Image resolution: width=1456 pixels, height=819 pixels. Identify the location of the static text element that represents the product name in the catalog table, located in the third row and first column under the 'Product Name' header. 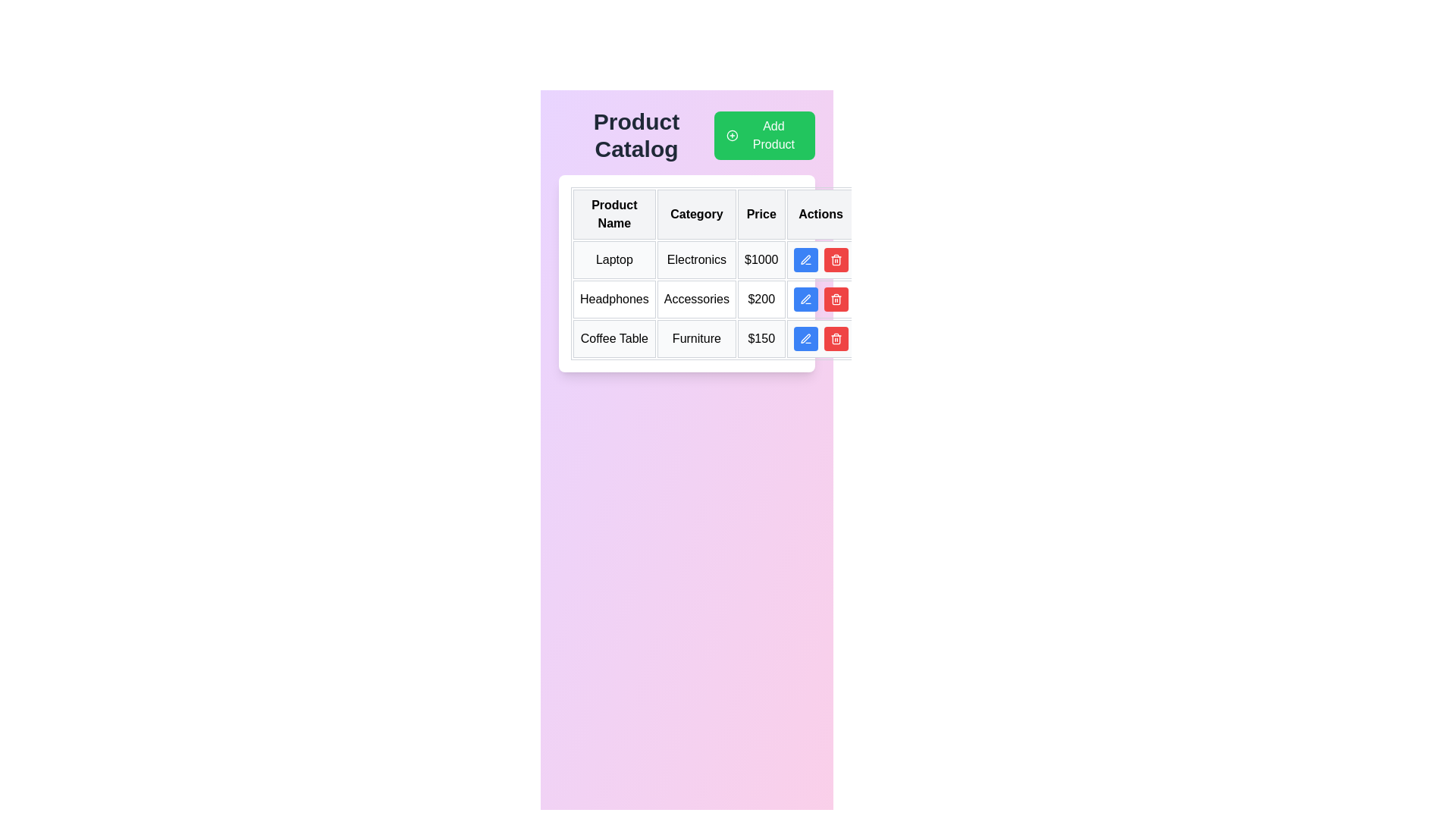
(614, 338).